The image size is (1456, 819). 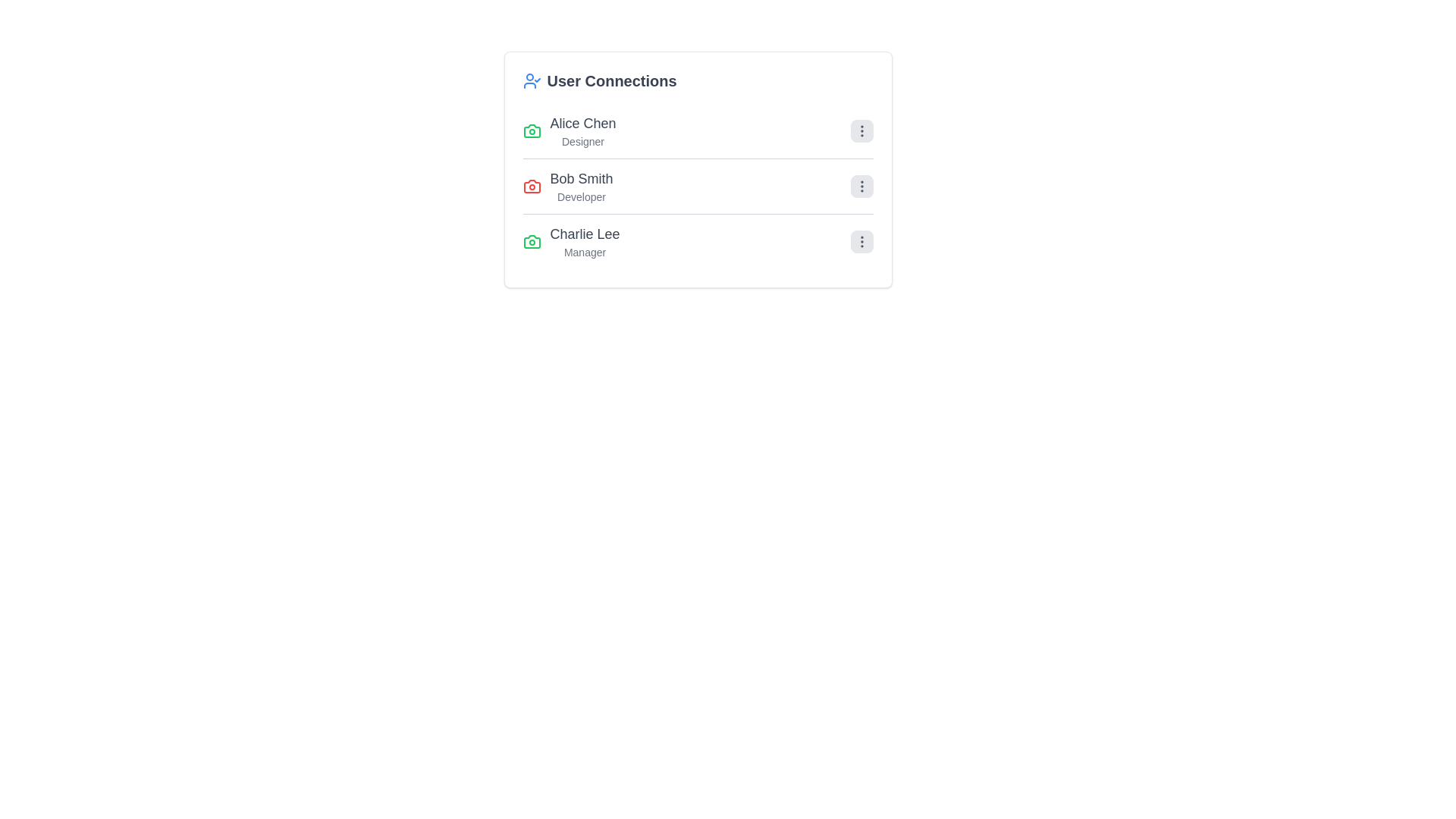 What do you see at coordinates (584, 234) in the screenshot?
I see `the text label displaying 'Charlie Lee' in bold font, part of a list entry above the subtitle 'Manager'` at bounding box center [584, 234].